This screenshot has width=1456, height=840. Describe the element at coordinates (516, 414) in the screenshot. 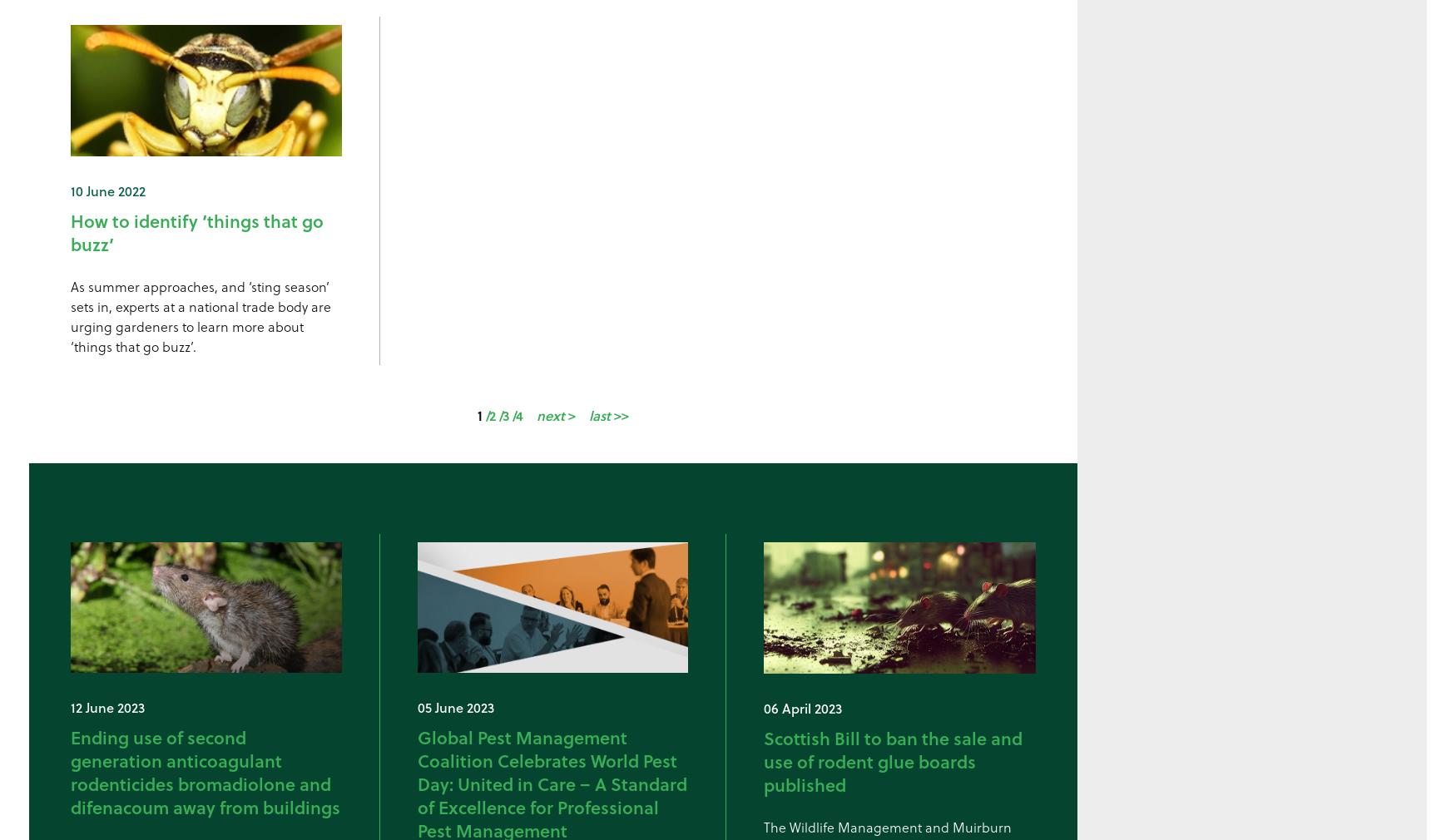

I see `'4'` at that location.